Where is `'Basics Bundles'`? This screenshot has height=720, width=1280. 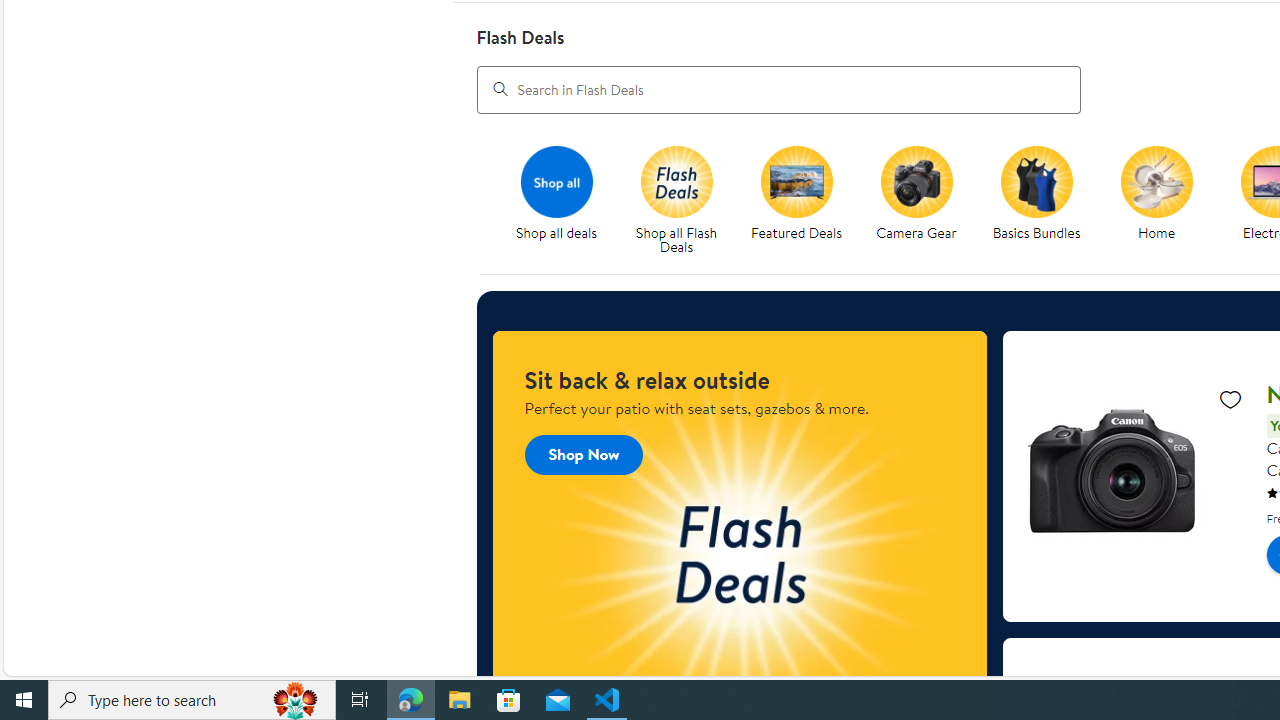 'Basics Bundles' is located at coordinates (1043, 201).